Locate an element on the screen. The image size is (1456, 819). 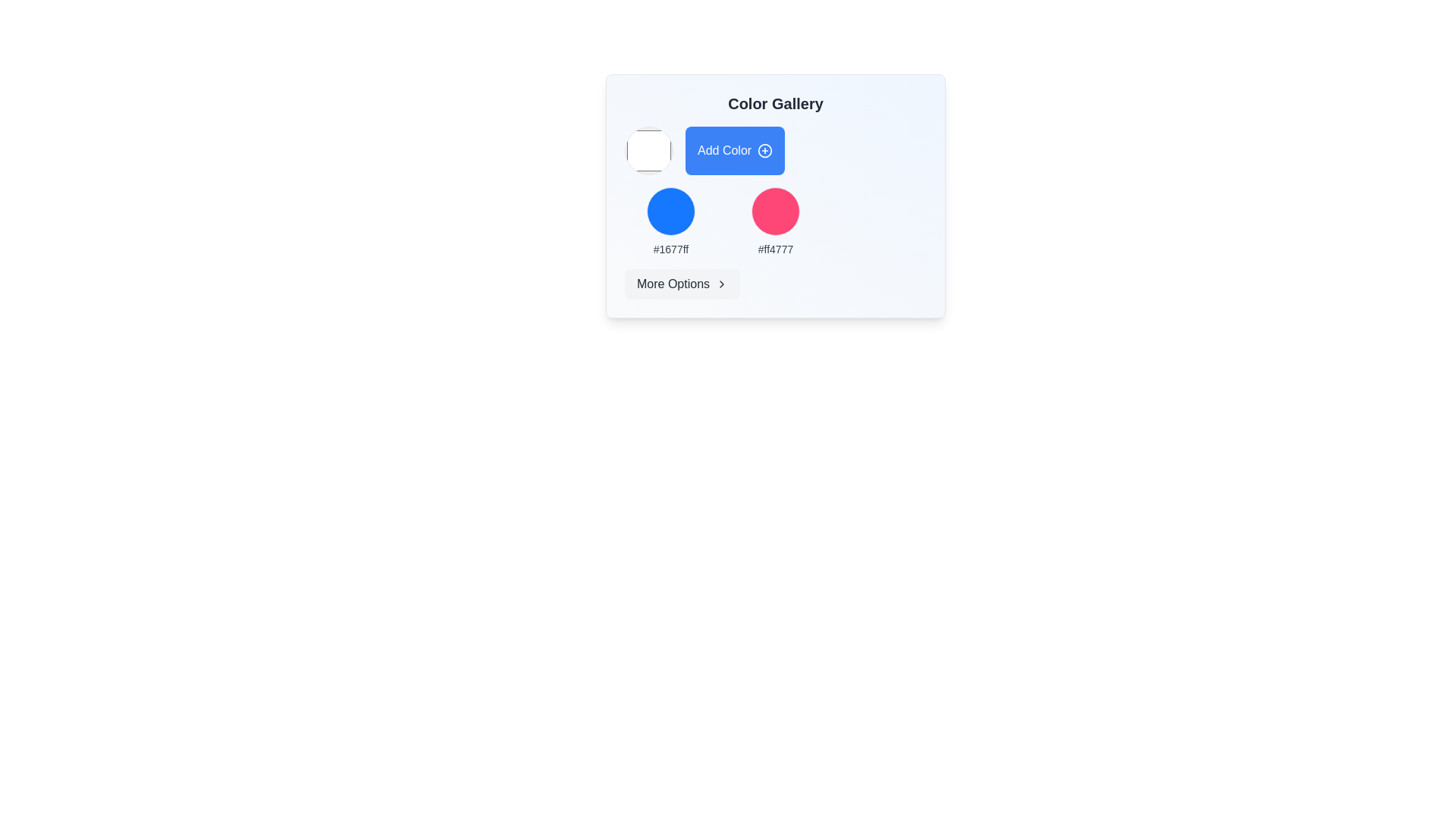
the static, non-interactive color swatch representing the color #ff4777, which is the second item in a three-column grid layout is located at coordinates (775, 222).